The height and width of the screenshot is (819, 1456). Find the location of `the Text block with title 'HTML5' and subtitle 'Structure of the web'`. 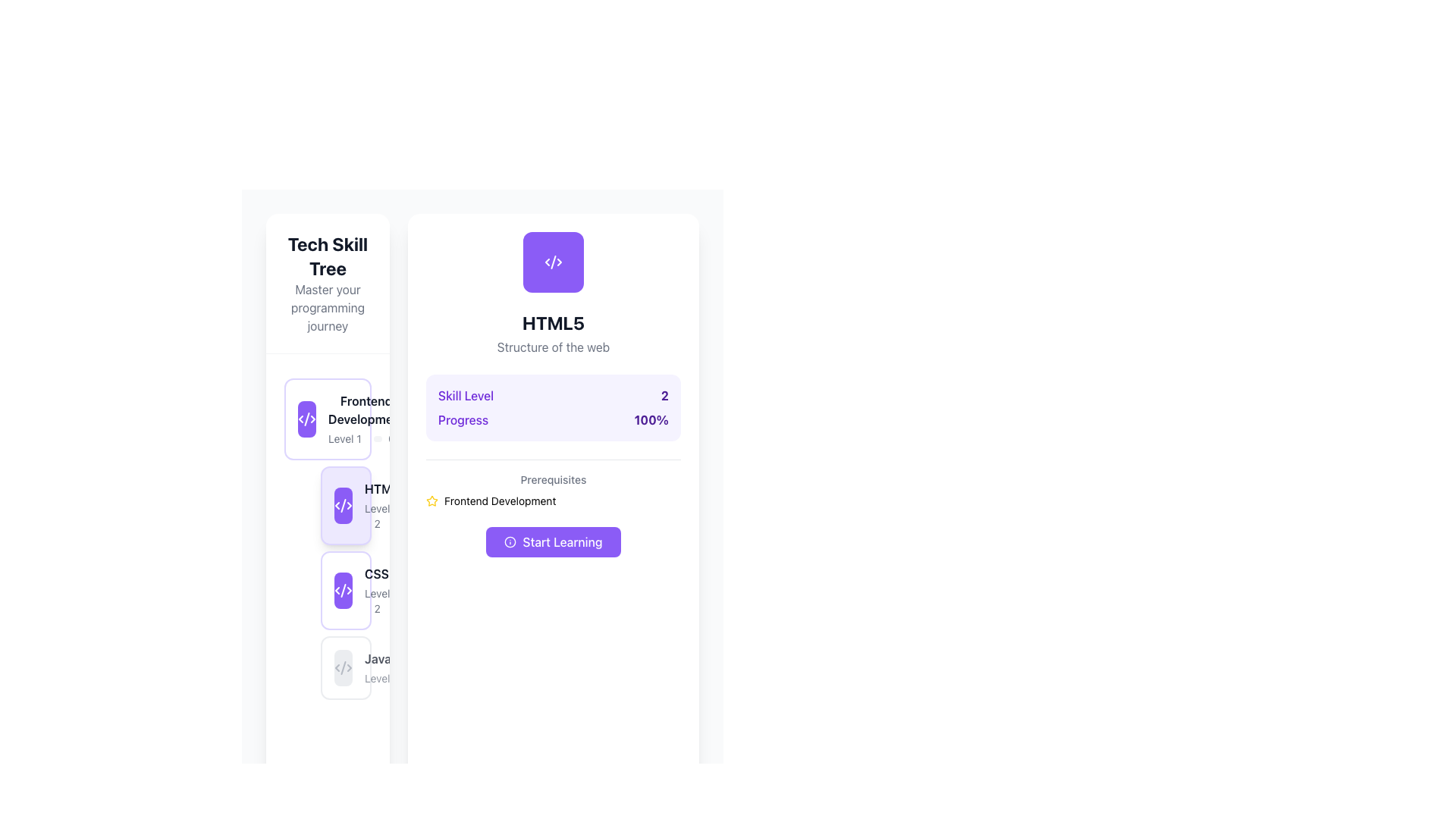

the Text block with title 'HTML5' and subtitle 'Structure of the web' is located at coordinates (552, 332).